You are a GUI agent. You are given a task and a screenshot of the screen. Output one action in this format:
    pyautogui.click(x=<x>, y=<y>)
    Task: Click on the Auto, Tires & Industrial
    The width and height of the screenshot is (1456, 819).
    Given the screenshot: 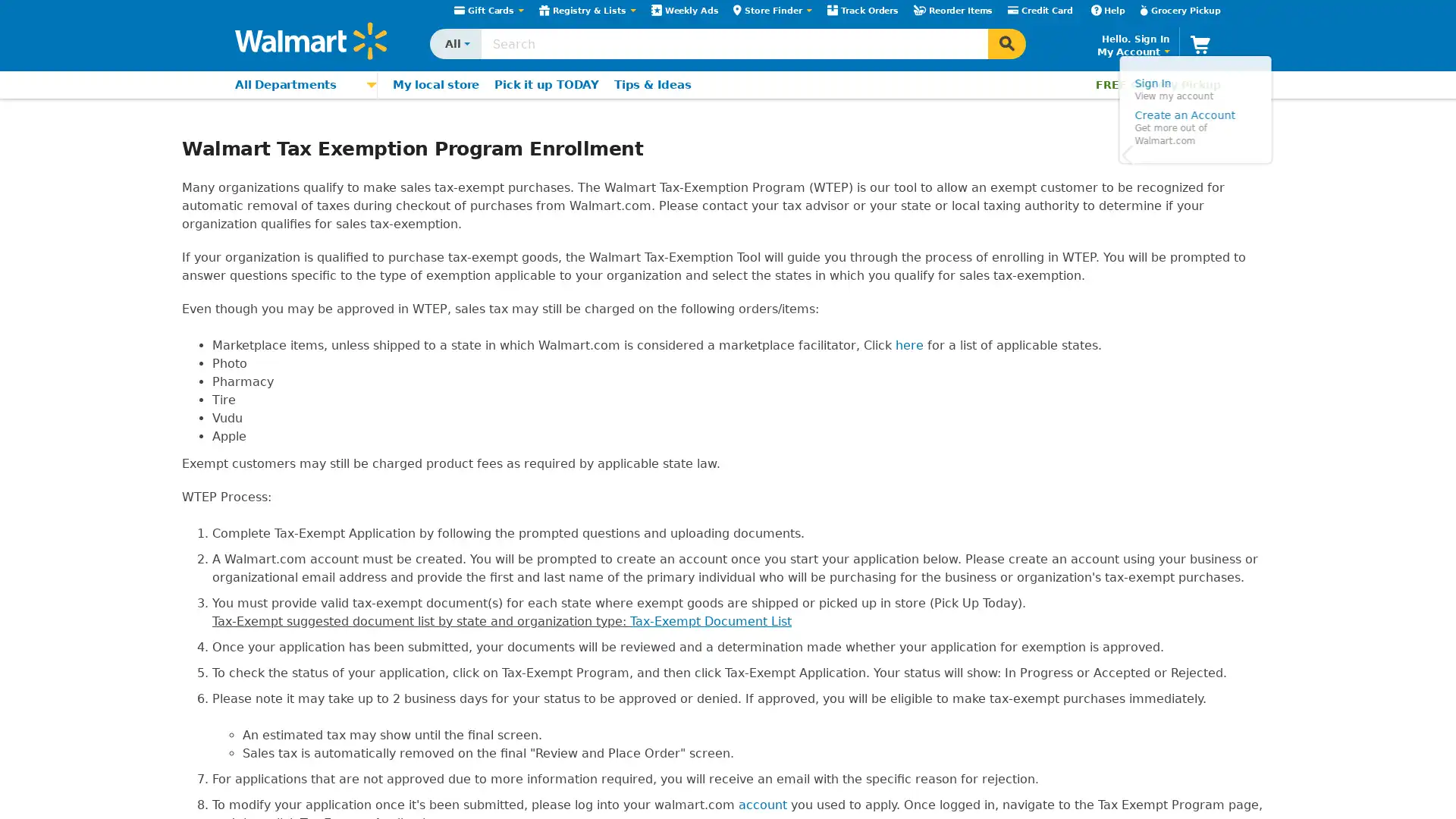 What is the action you would take?
    pyautogui.click(x=294, y=380)
    